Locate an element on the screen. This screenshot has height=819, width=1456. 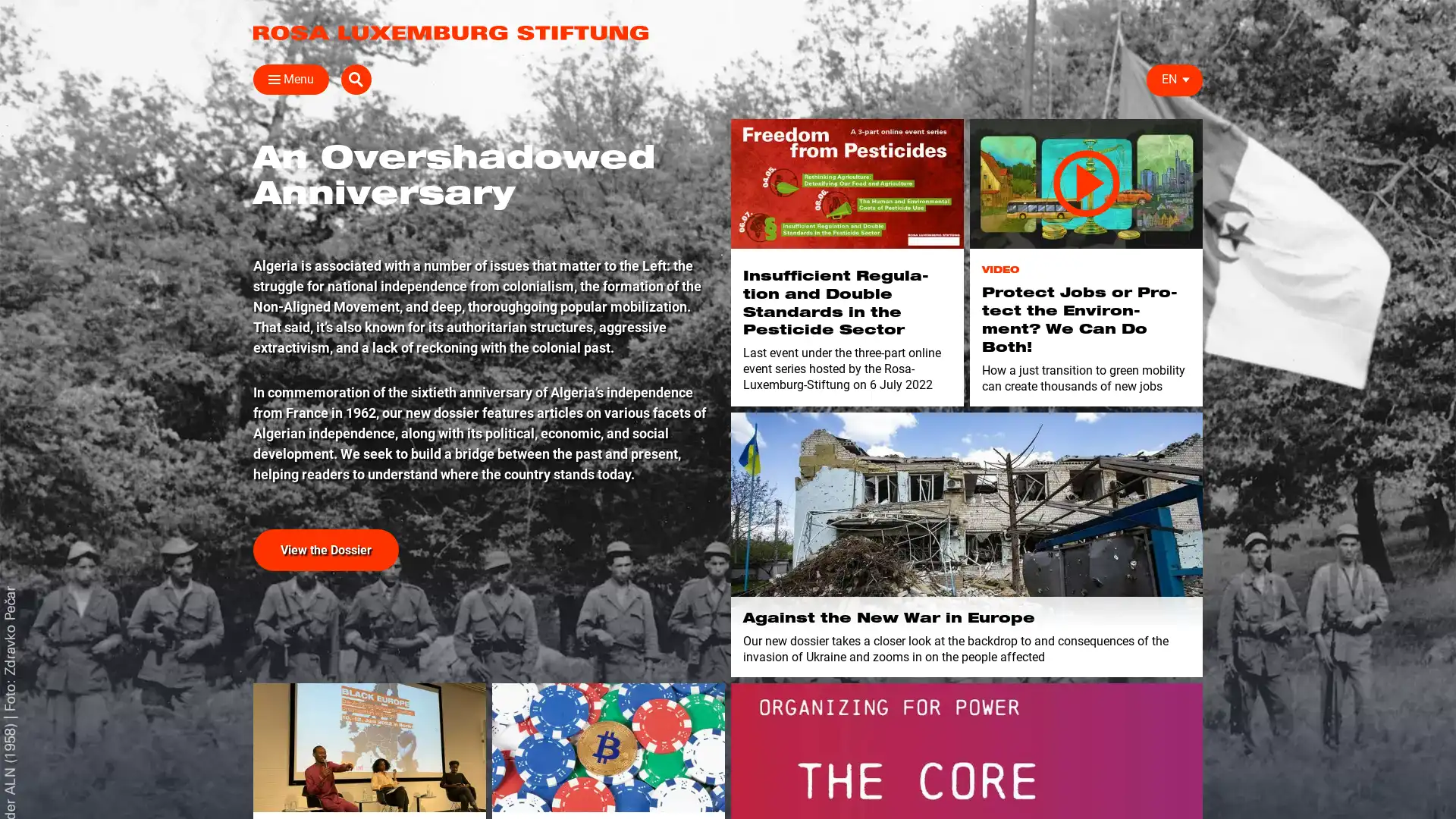
Show more / less is located at coordinates (483, 250).